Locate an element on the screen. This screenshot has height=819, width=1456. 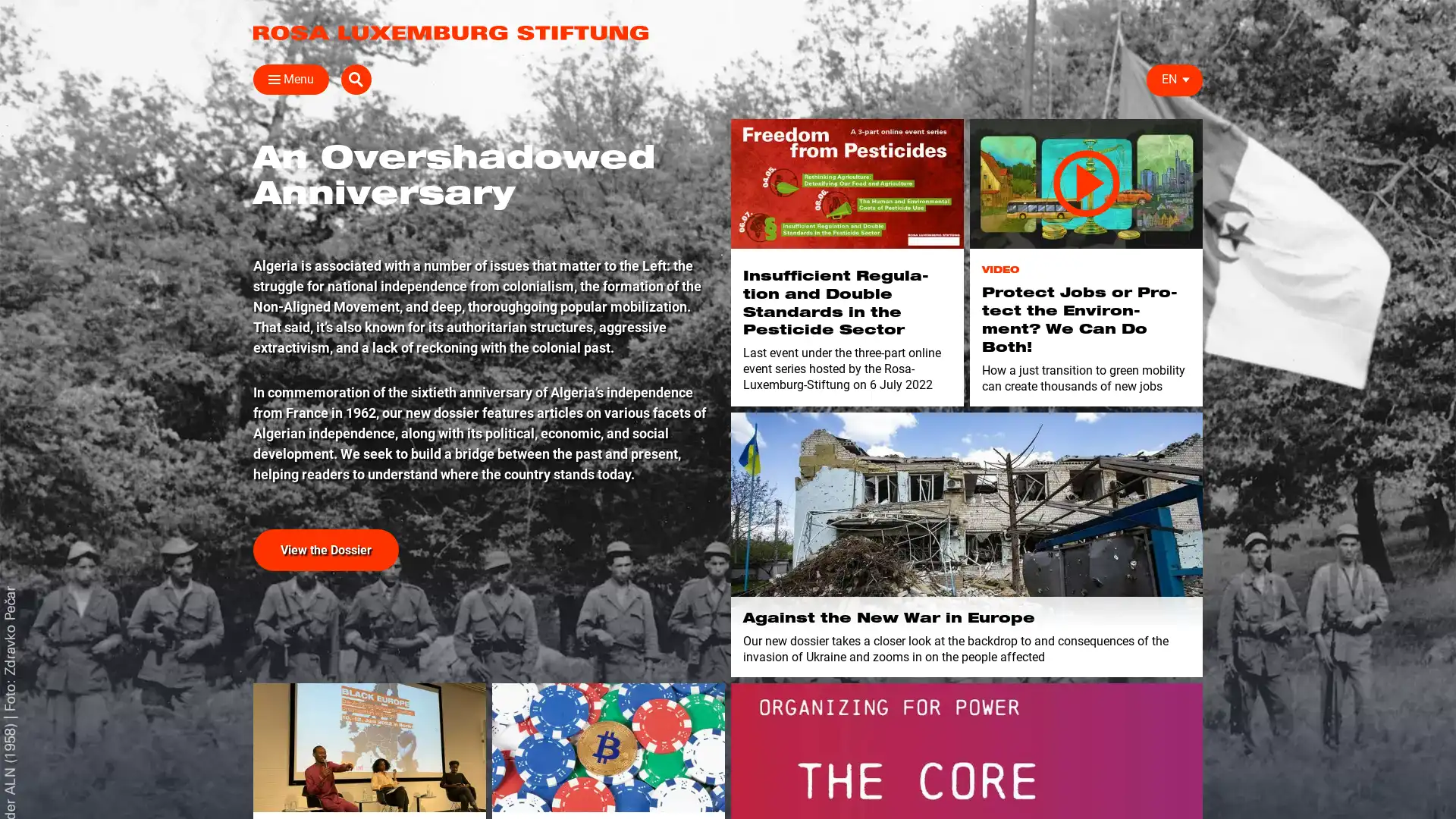
Show more / less is located at coordinates (483, 250).